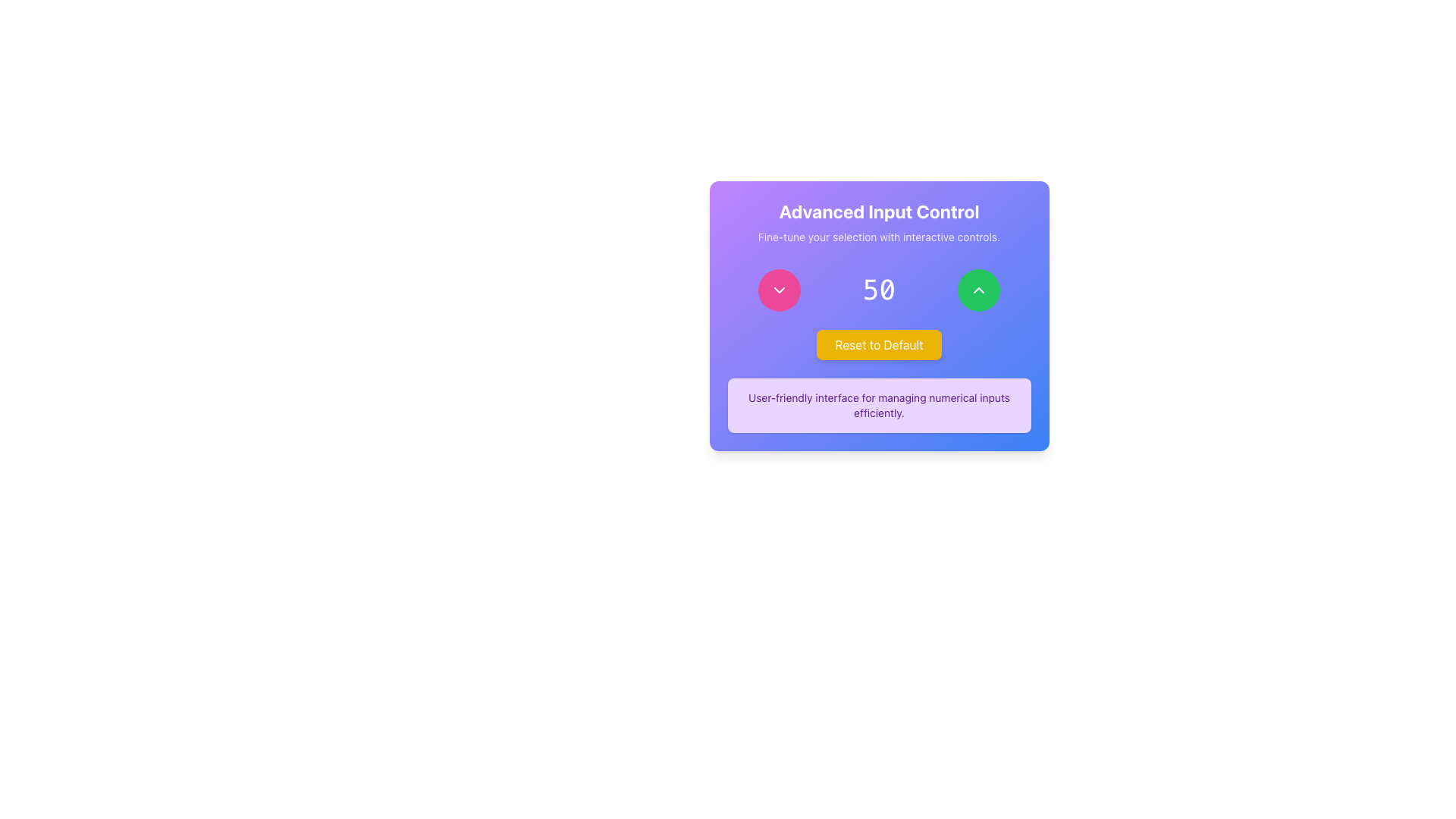 The width and height of the screenshot is (1456, 819). Describe the element at coordinates (879, 405) in the screenshot. I see `the text label with the purple font color that displays 'User-friendly interface for managing numerical inputs efficiently.' This text is located within a light purple rounded background at the bottom of the card titled 'Advanced Input Control.'` at that location.